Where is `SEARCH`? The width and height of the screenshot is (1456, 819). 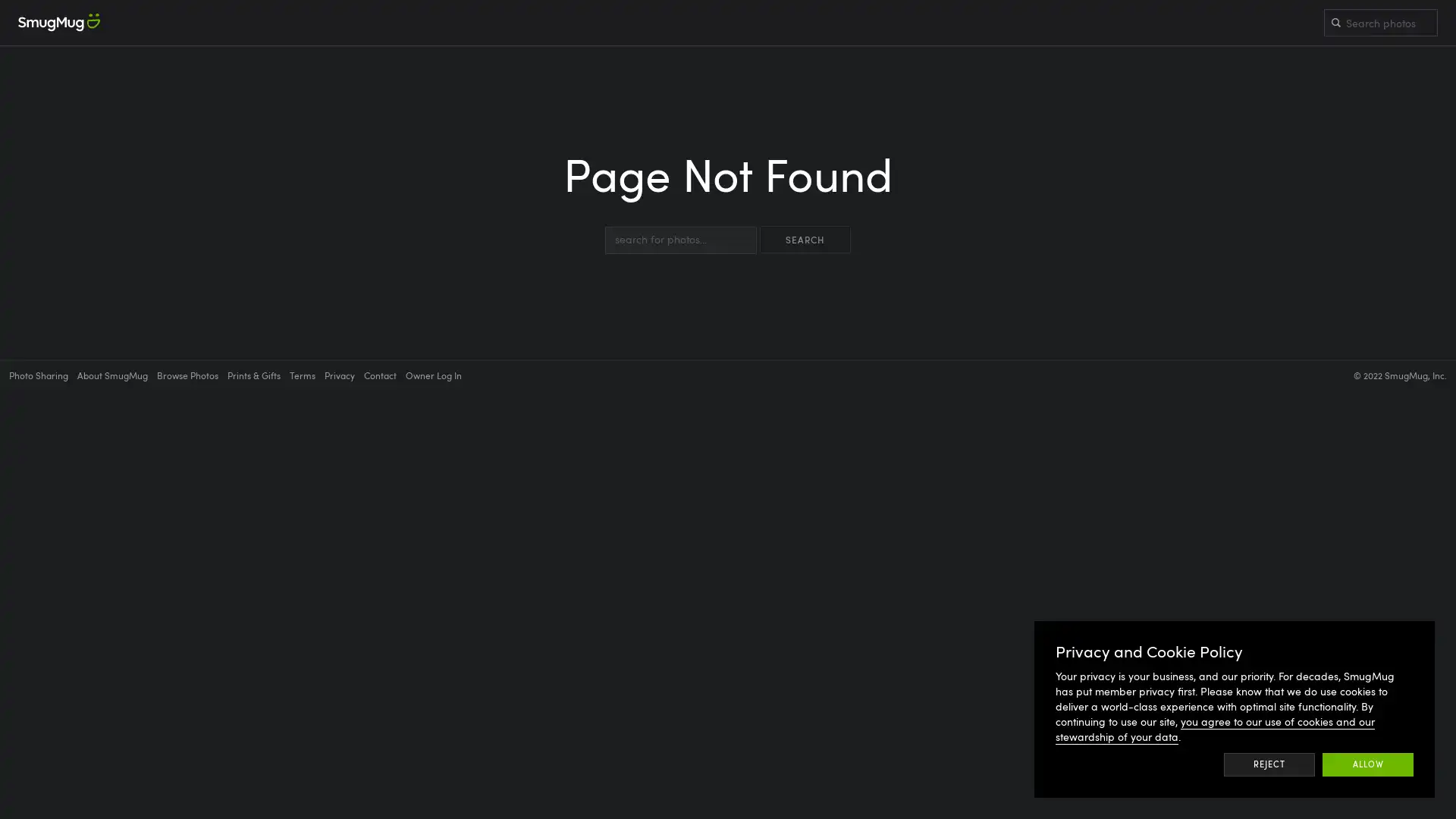
SEARCH is located at coordinates (804, 239).